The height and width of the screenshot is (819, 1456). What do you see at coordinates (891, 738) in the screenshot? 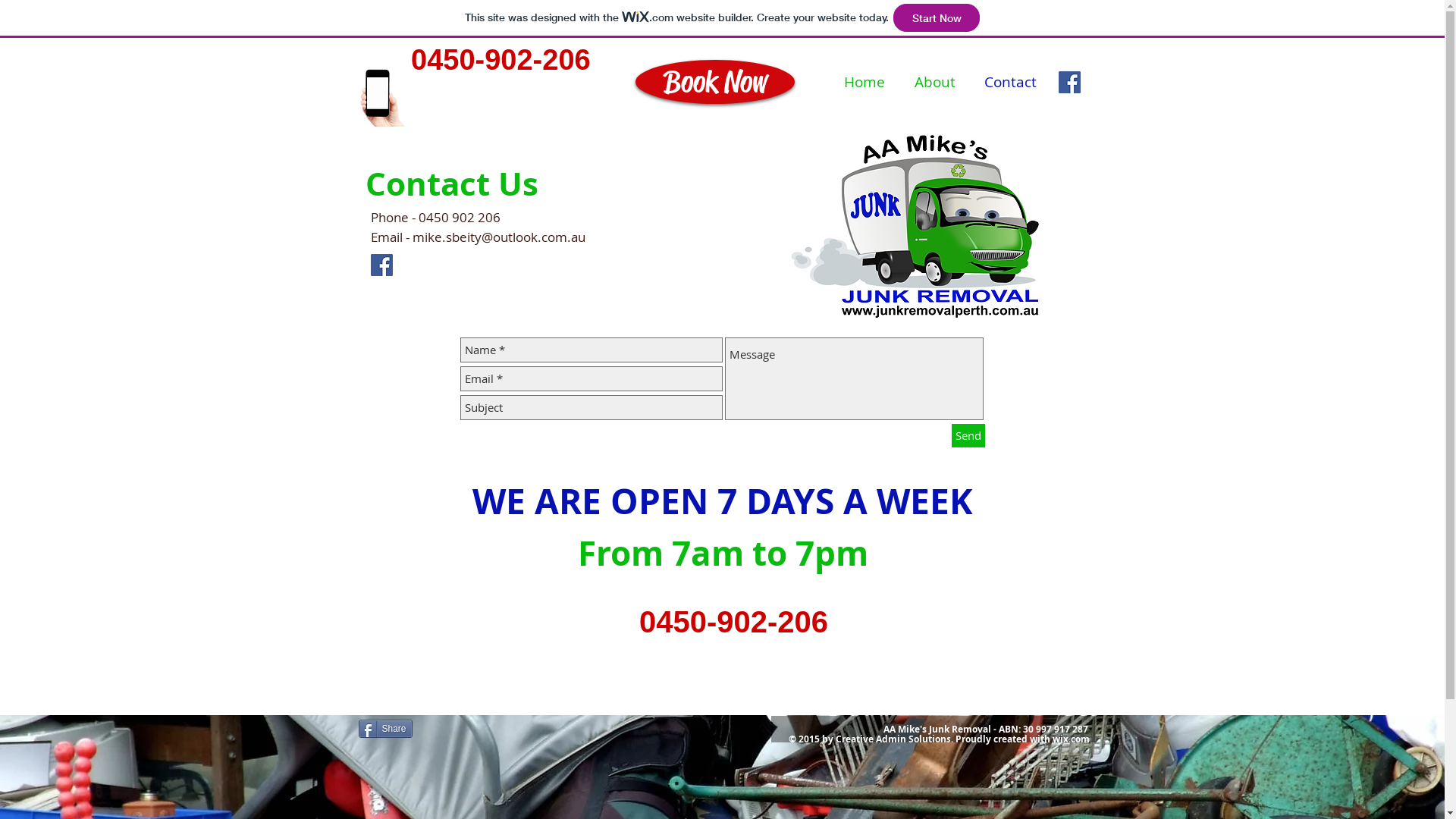
I see `'Creative Admin Solution'` at bounding box center [891, 738].